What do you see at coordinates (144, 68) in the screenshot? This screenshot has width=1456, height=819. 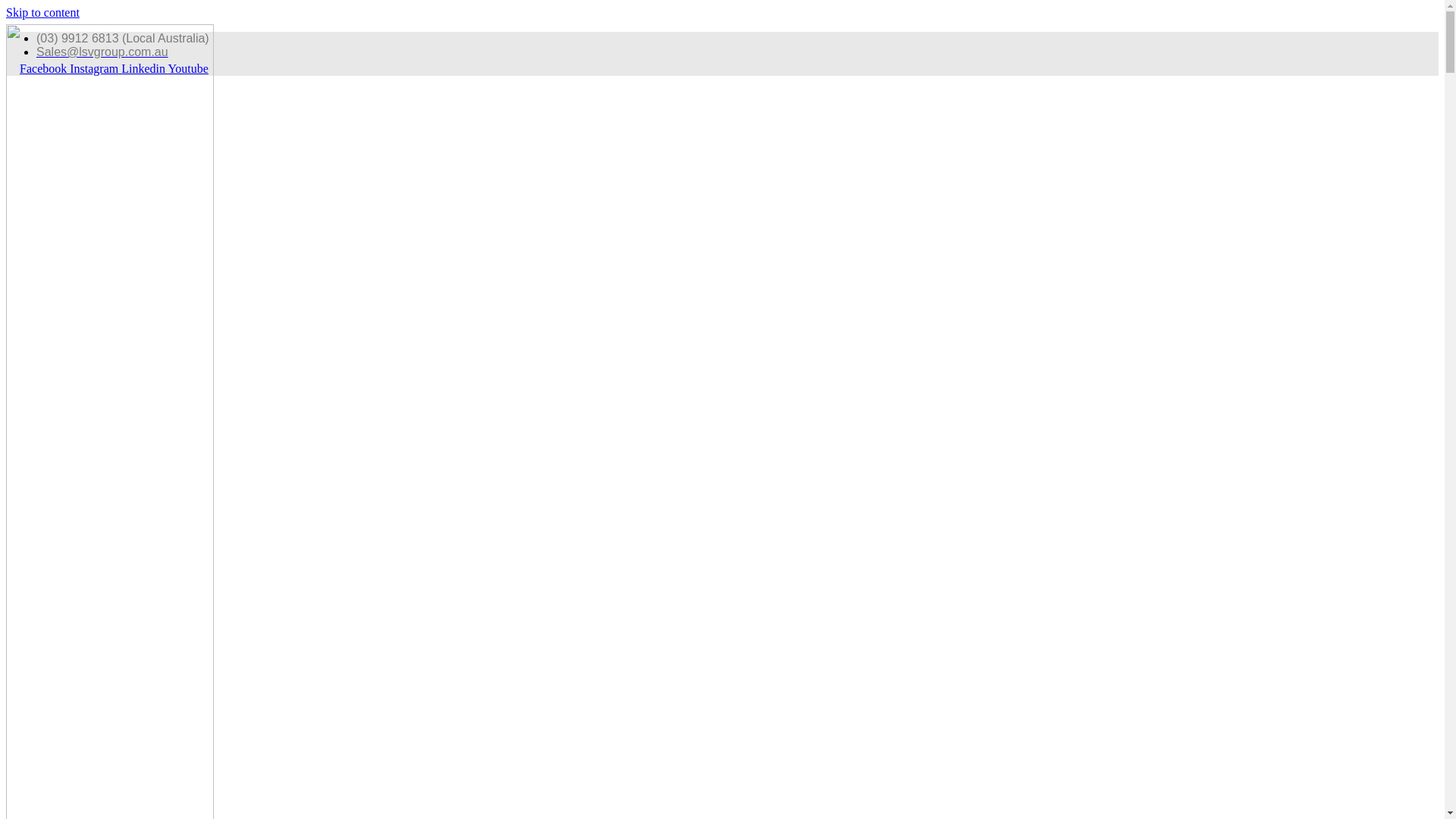 I see `'Linkedin'` at bounding box center [144, 68].